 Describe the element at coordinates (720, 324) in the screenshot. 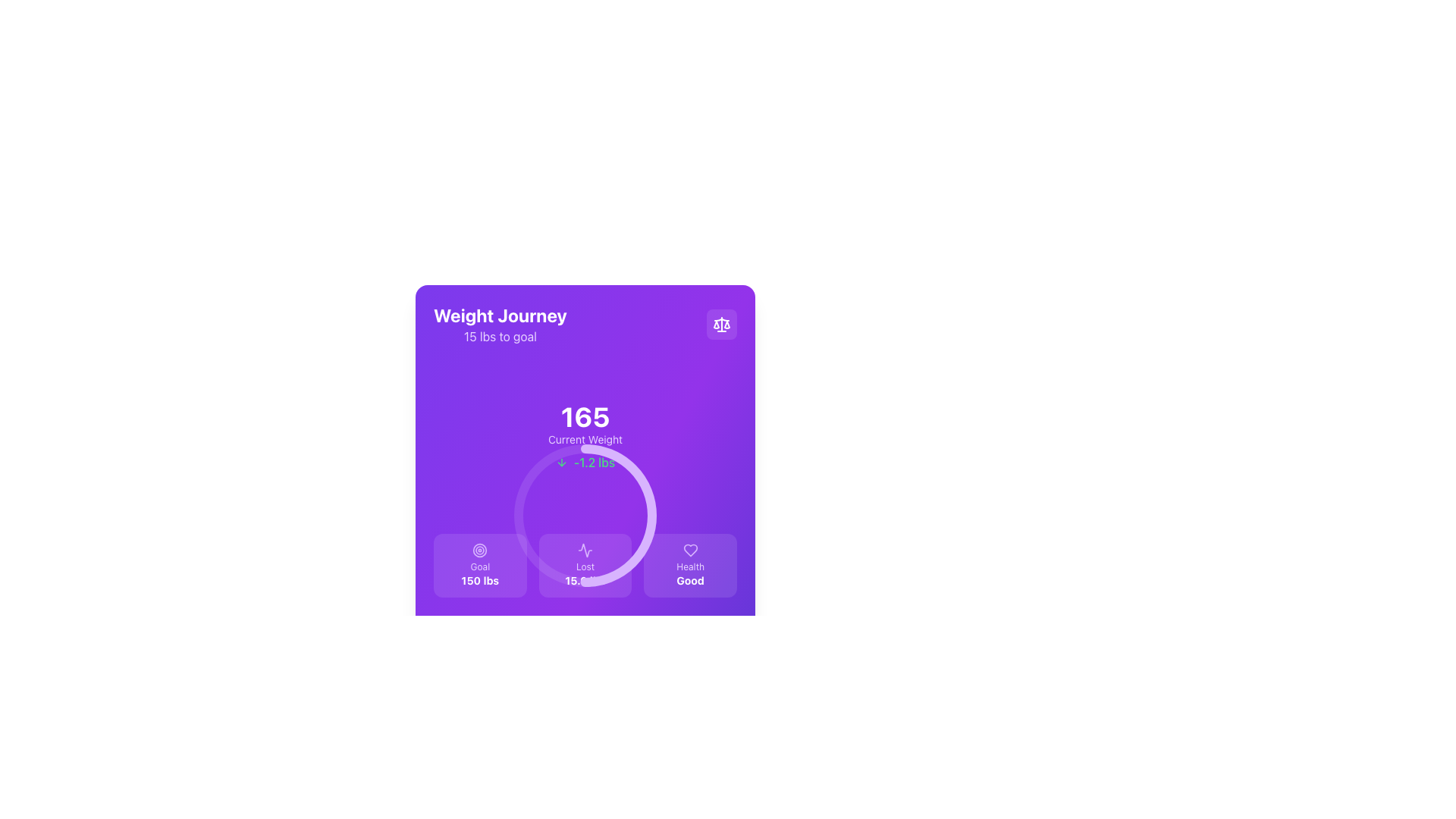

I see `the center of the balance icon located in the top-right corner of the card, which serves as a visual indicator for weight tracking or goals` at that location.